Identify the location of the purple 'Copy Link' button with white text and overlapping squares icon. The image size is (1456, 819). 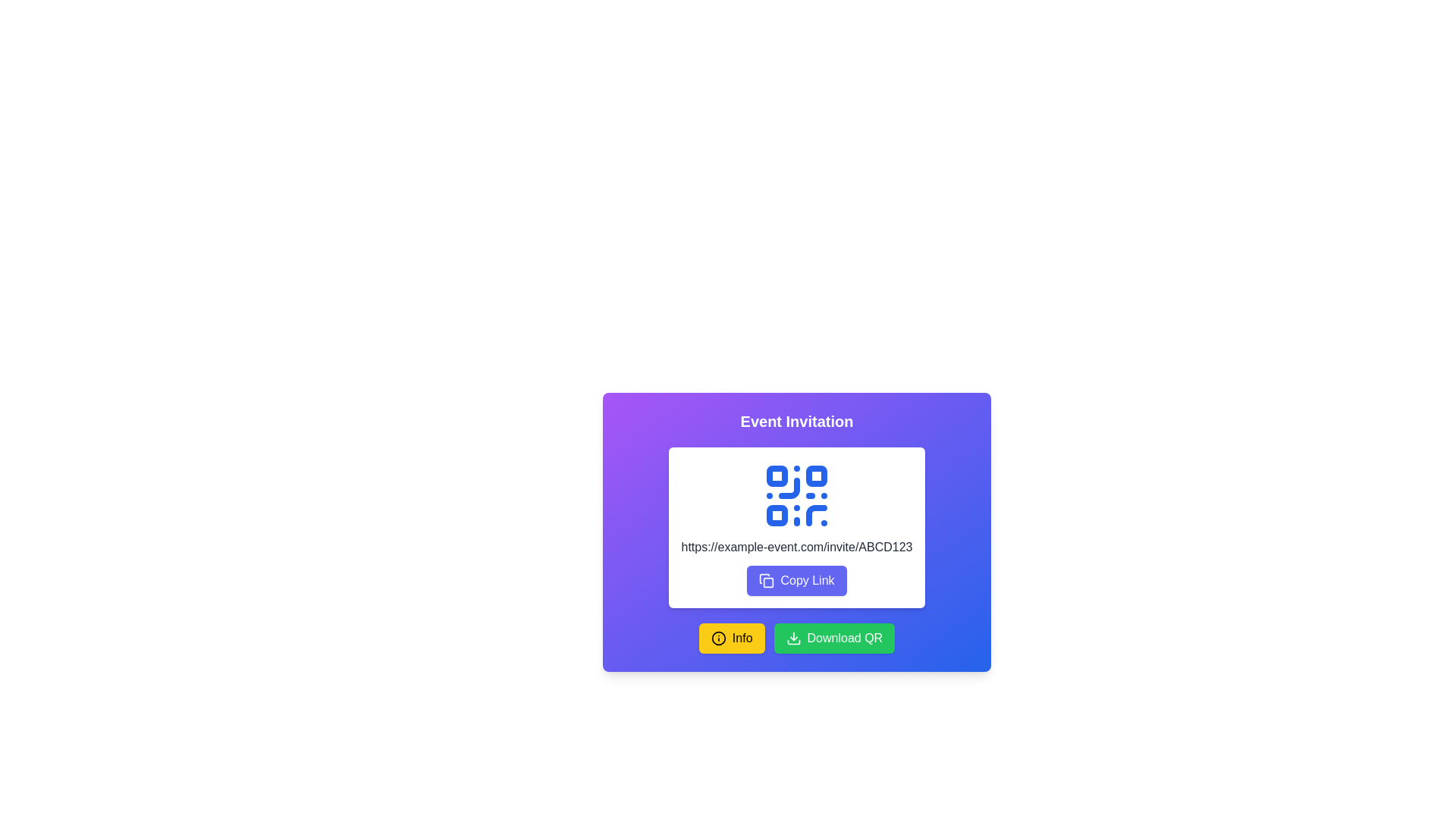
(796, 580).